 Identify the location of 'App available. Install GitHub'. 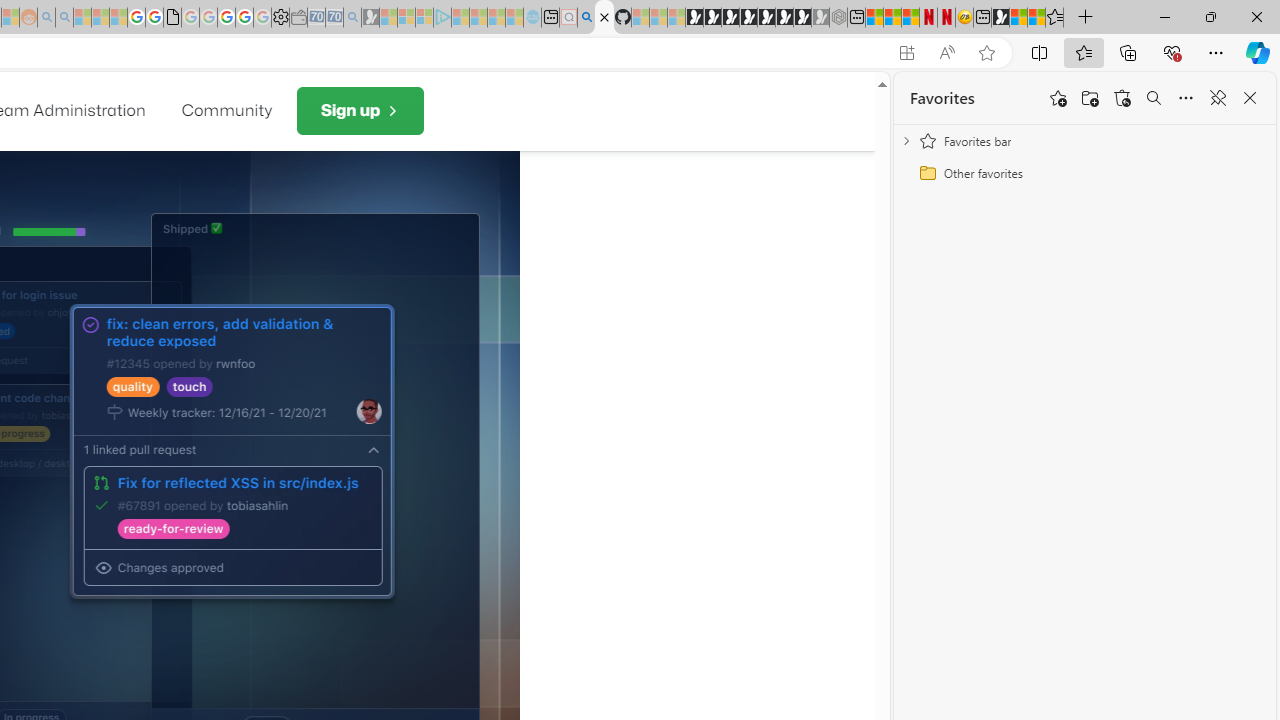
(905, 52).